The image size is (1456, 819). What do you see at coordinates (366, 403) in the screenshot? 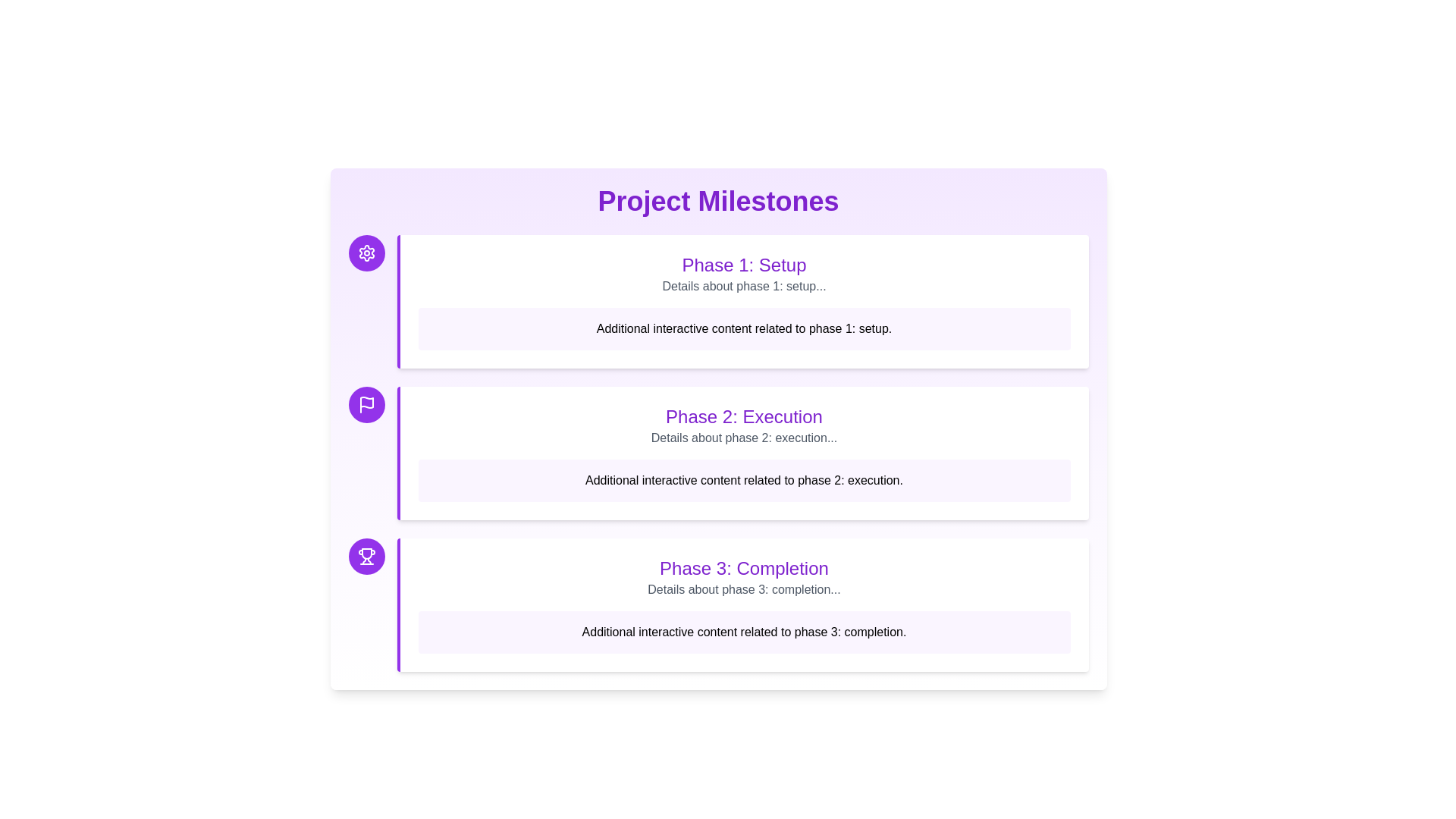
I see `the milestone icon located centrally within the circular purple background button, which is the second entry in the vertical layout of steps` at bounding box center [366, 403].